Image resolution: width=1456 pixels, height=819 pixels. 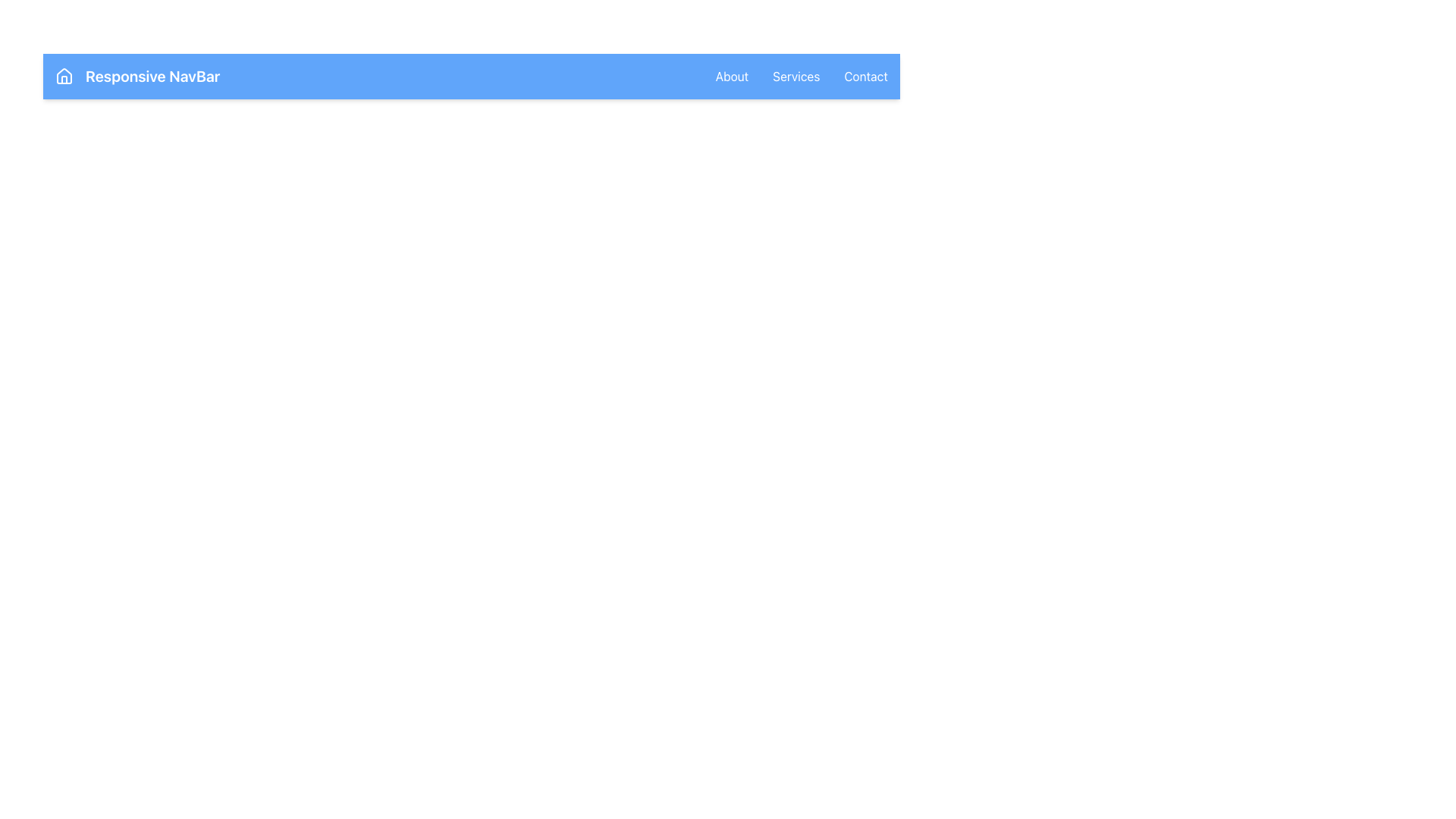 I want to click on the 'Contact' text label in the top navigation bar, which displays the word 'Contact' in white text against a blue background, so click(x=866, y=76).